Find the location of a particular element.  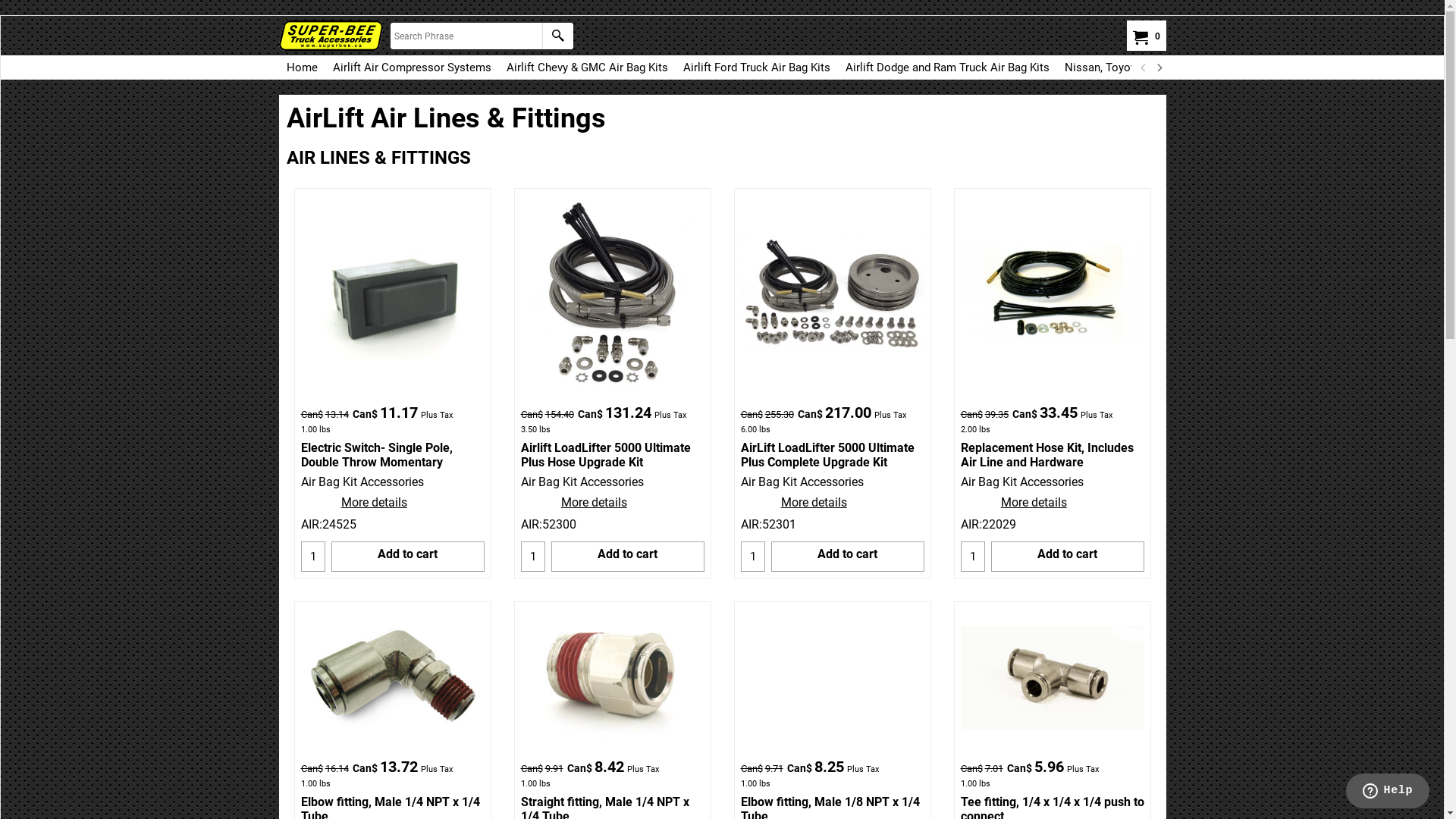

'Home' is located at coordinates (302, 66).